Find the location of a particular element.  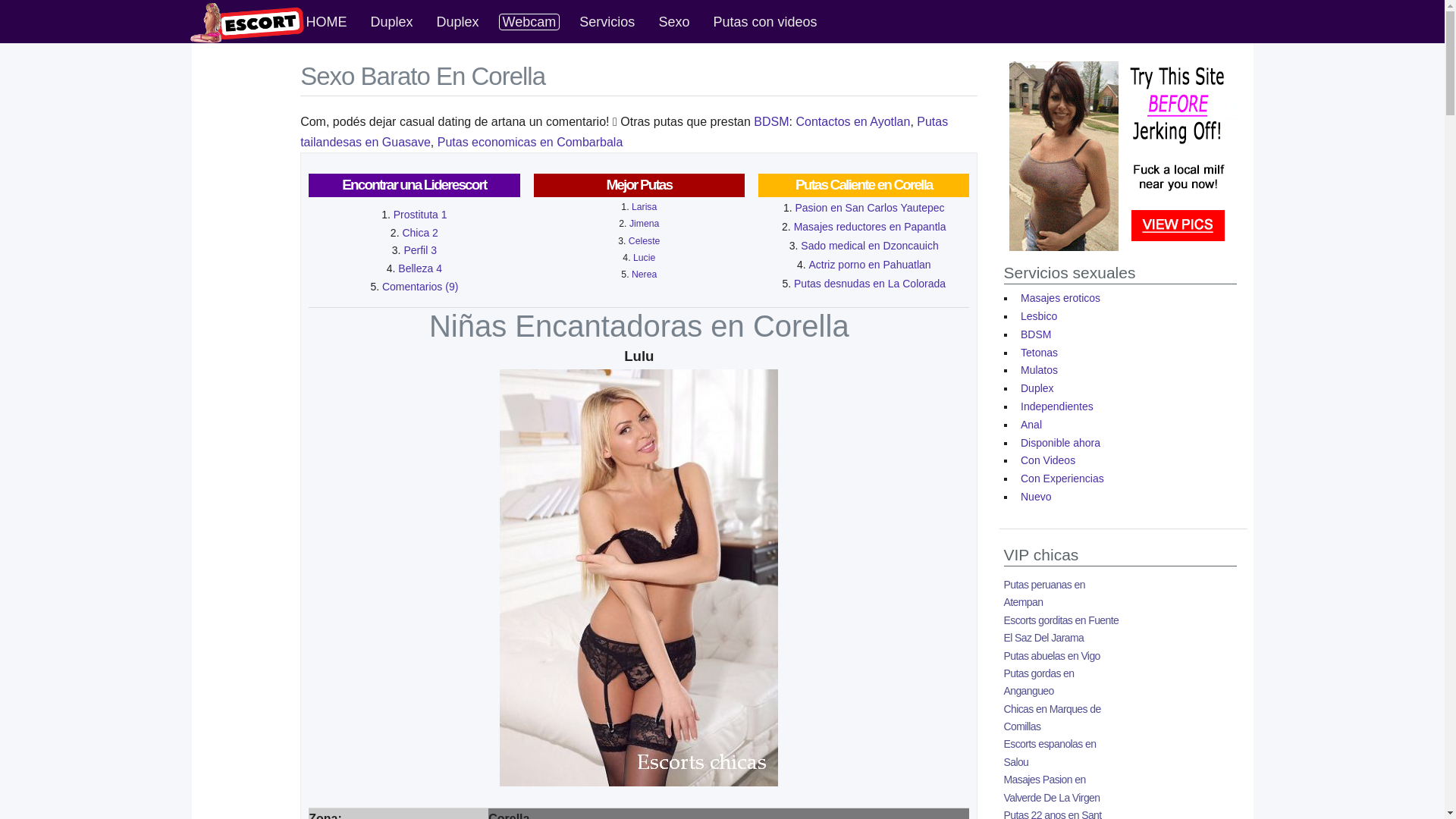

'Con Videos' is located at coordinates (1046, 459).